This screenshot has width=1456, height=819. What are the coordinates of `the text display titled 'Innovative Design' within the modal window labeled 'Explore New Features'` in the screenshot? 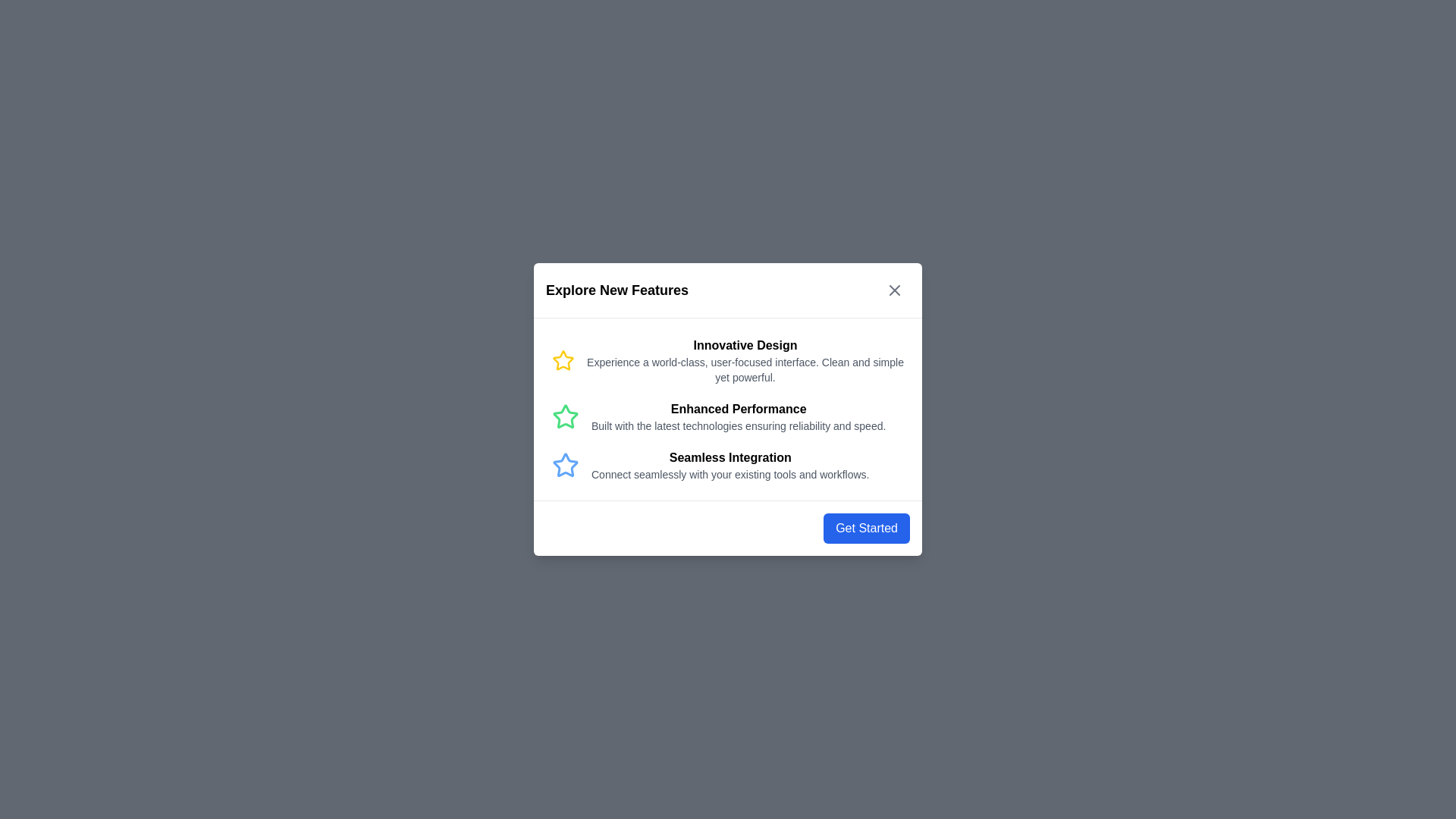 It's located at (745, 360).